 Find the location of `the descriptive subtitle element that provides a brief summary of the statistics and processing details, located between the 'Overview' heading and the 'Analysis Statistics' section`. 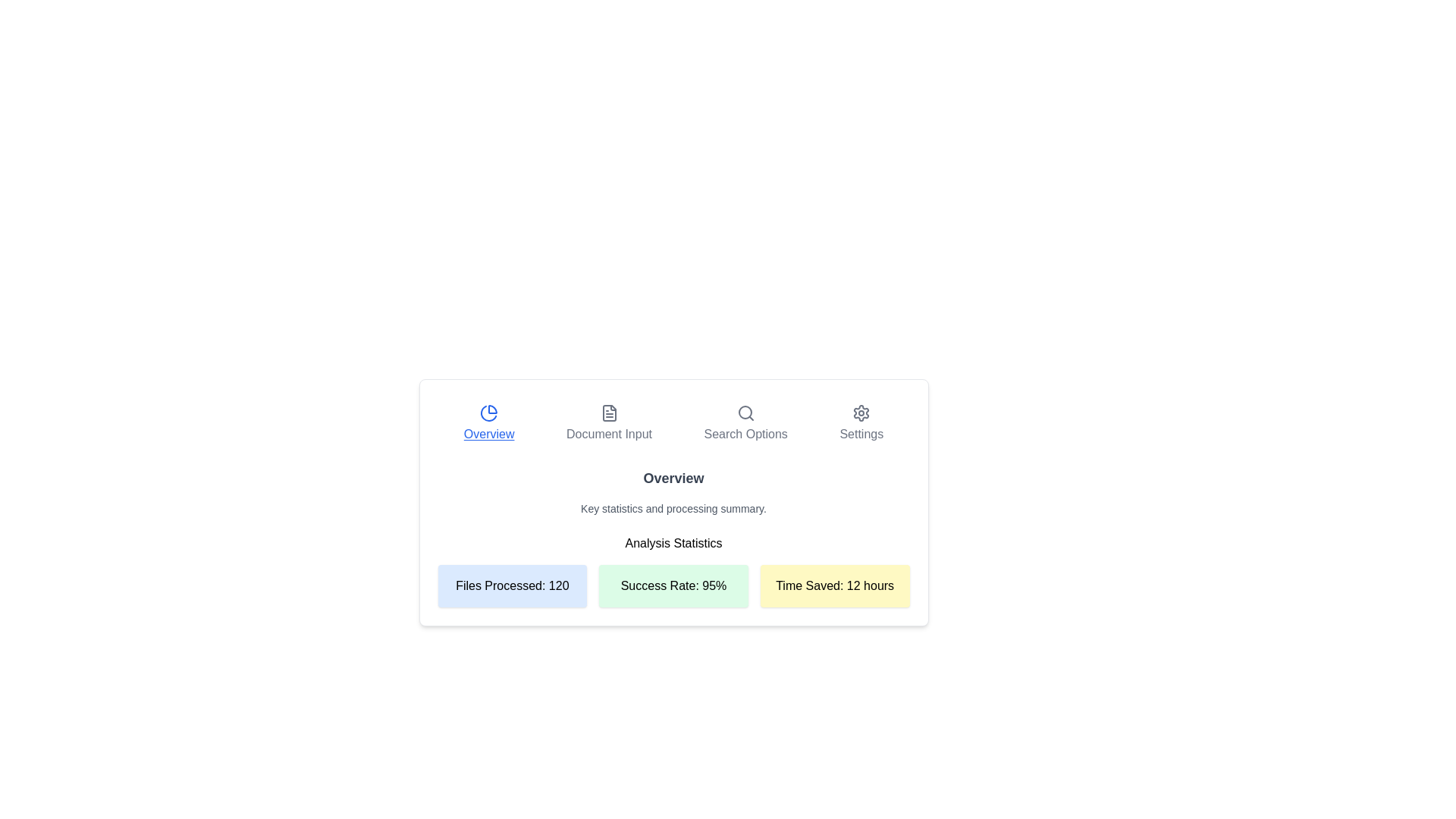

the descriptive subtitle element that provides a brief summary of the statistics and processing details, located between the 'Overview' heading and the 'Analysis Statistics' section is located at coordinates (673, 509).